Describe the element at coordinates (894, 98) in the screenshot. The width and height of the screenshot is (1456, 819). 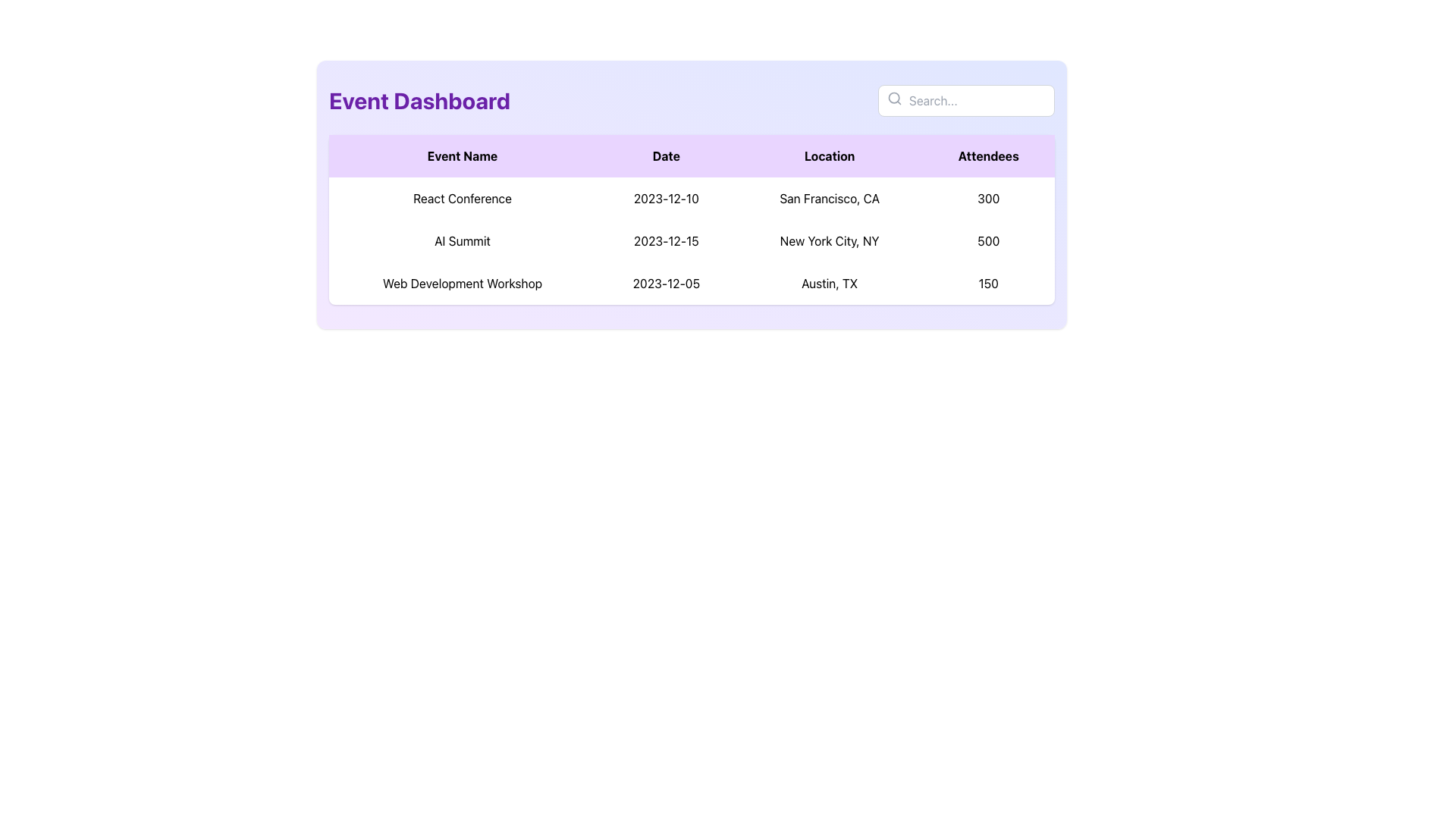
I see `the small circular decorative graphic element styled as a hollow circle with a dark outline, located inside the magnifying glass icon to the left of the search input field on the event dashboard layout` at that location.